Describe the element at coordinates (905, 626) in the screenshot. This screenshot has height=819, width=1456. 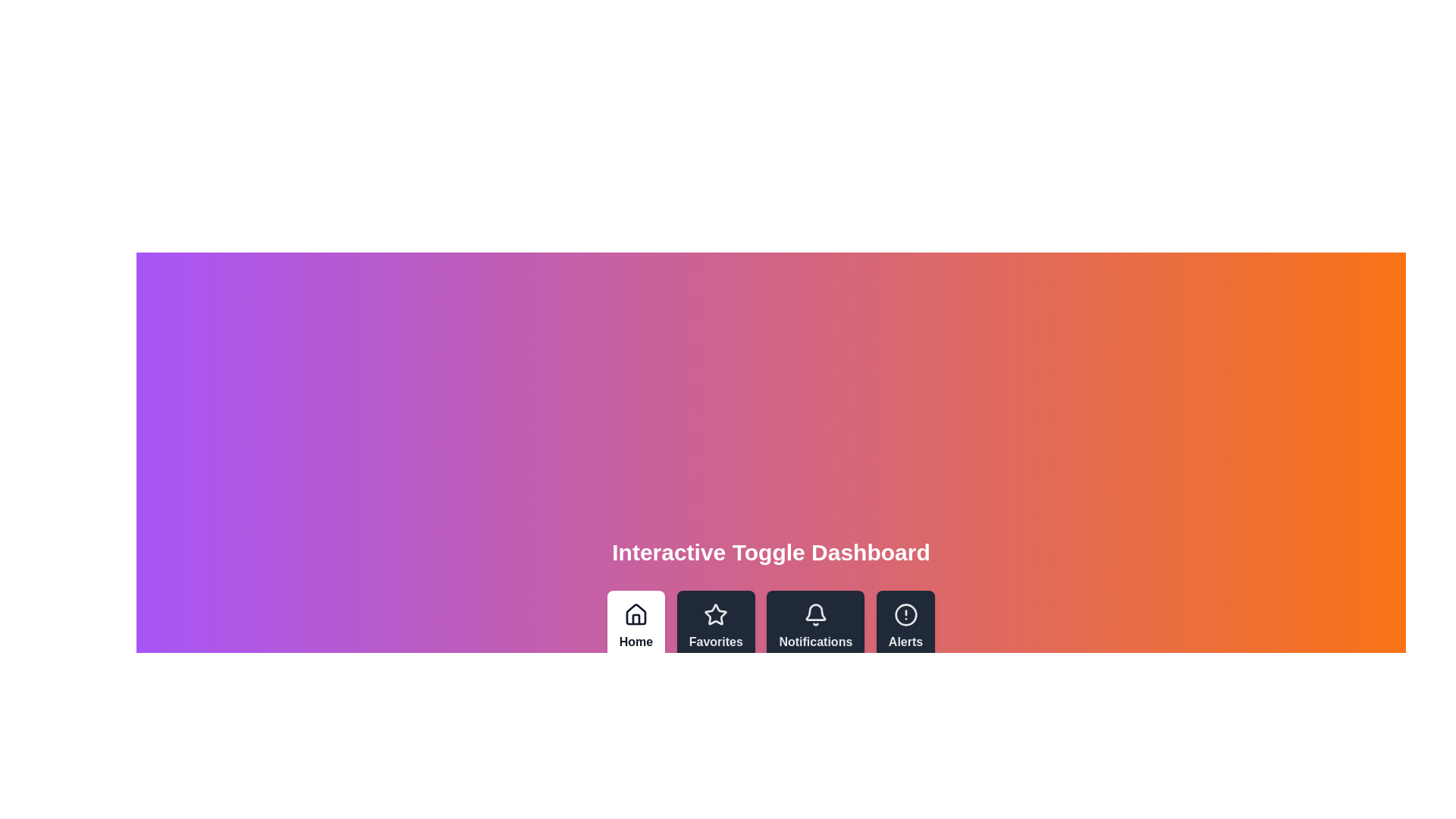
I see `the tab icon labeled Alerts` at that location.